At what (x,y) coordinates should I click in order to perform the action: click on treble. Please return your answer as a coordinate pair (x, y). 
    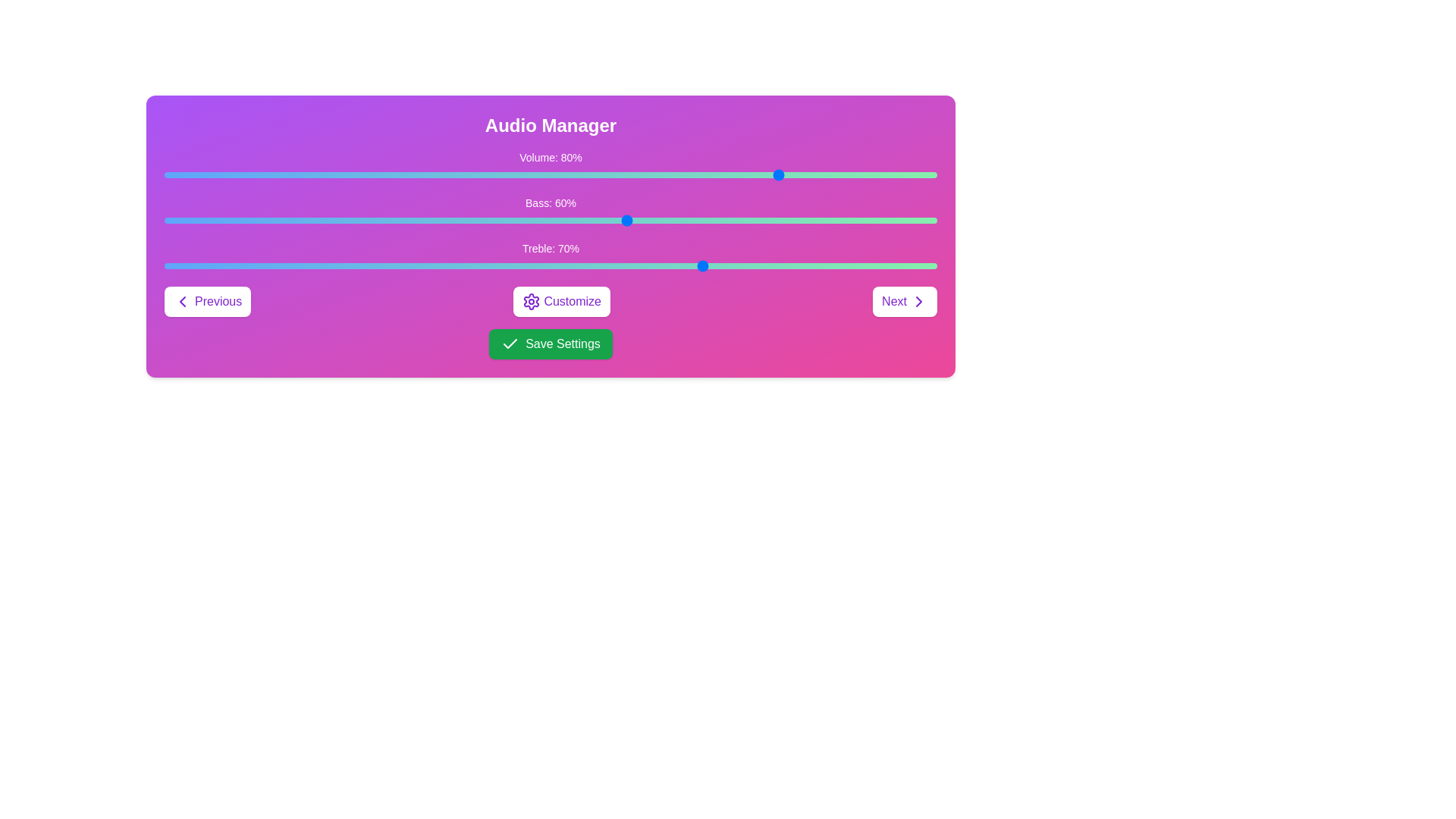
    Looking at the image, I should click on (828, 265).